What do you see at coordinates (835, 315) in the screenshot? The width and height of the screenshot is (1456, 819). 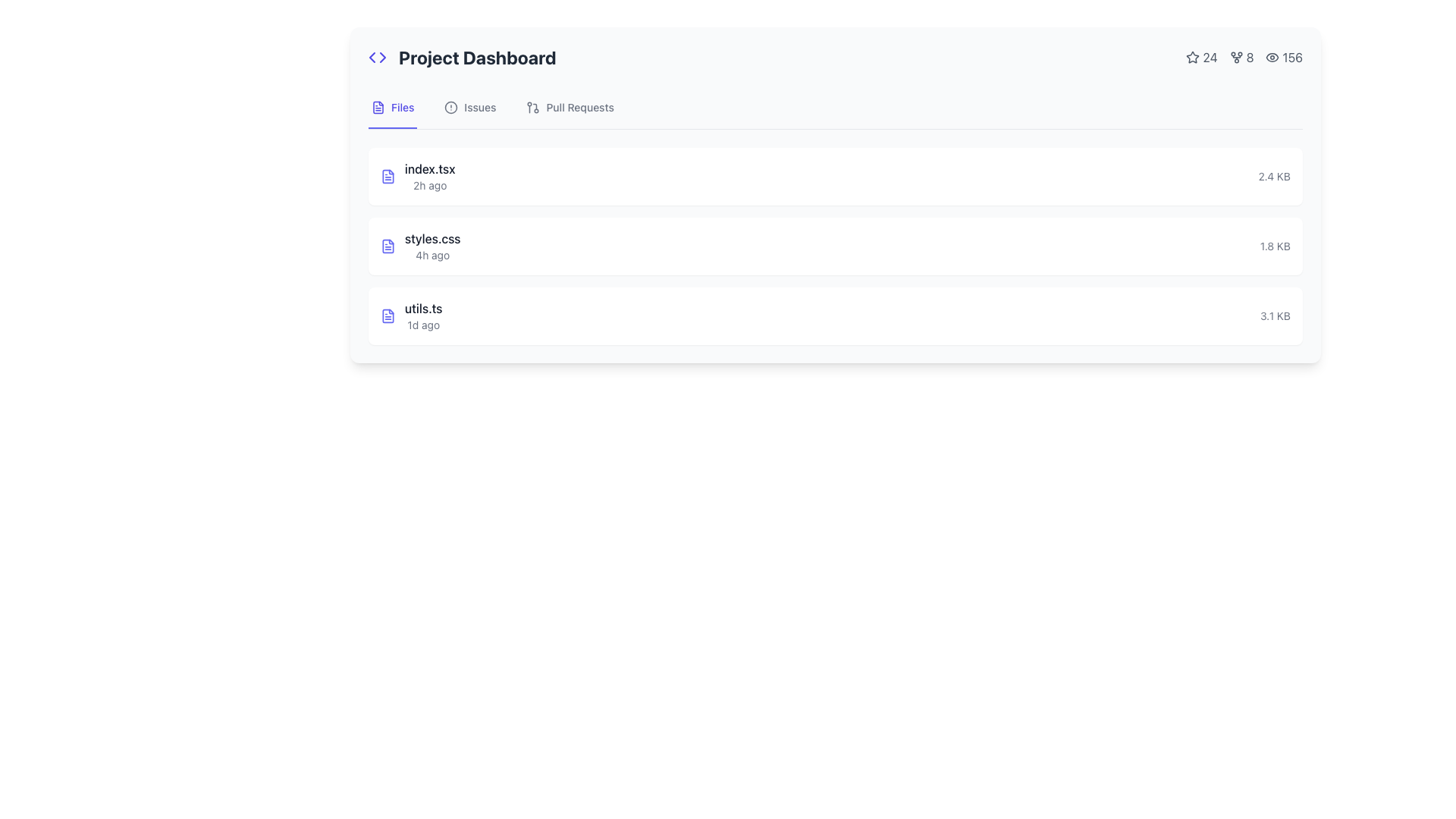 I see `the file list entry representing 'utils.ts', which is the third item in the vertical list of file entries` at bounding box center [835, 315].